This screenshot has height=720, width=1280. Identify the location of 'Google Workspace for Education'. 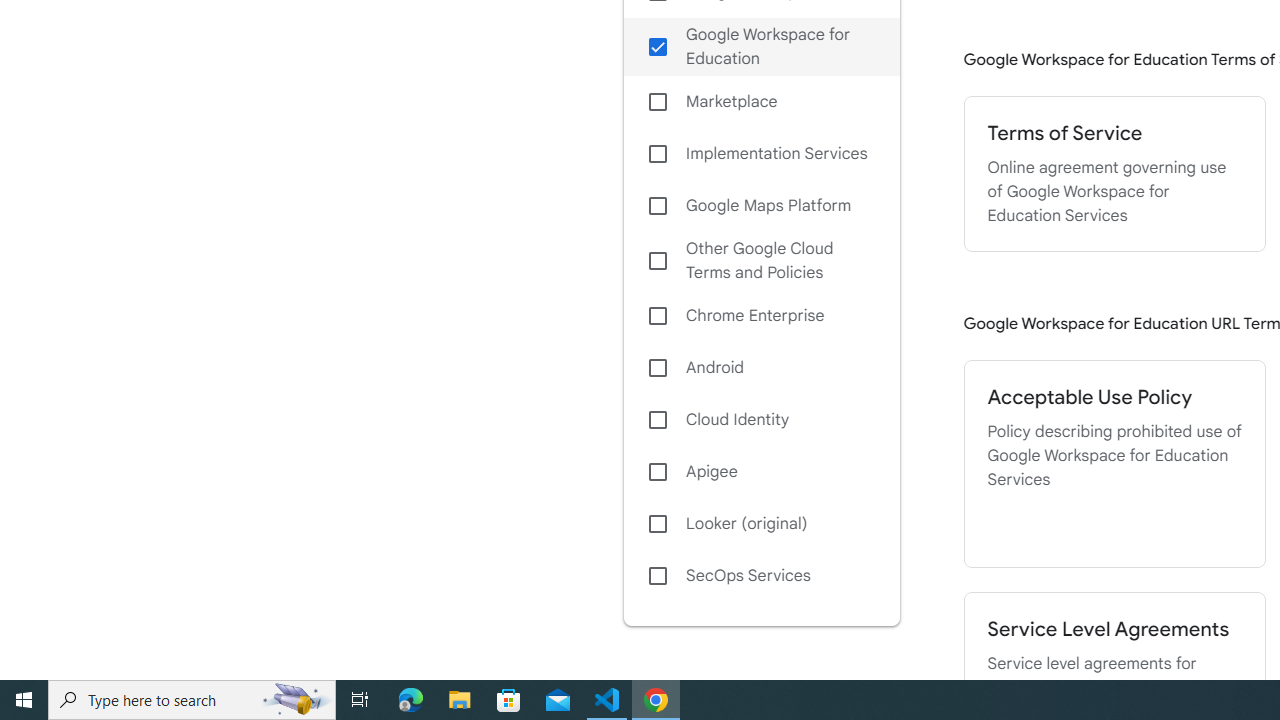
(760, 46).